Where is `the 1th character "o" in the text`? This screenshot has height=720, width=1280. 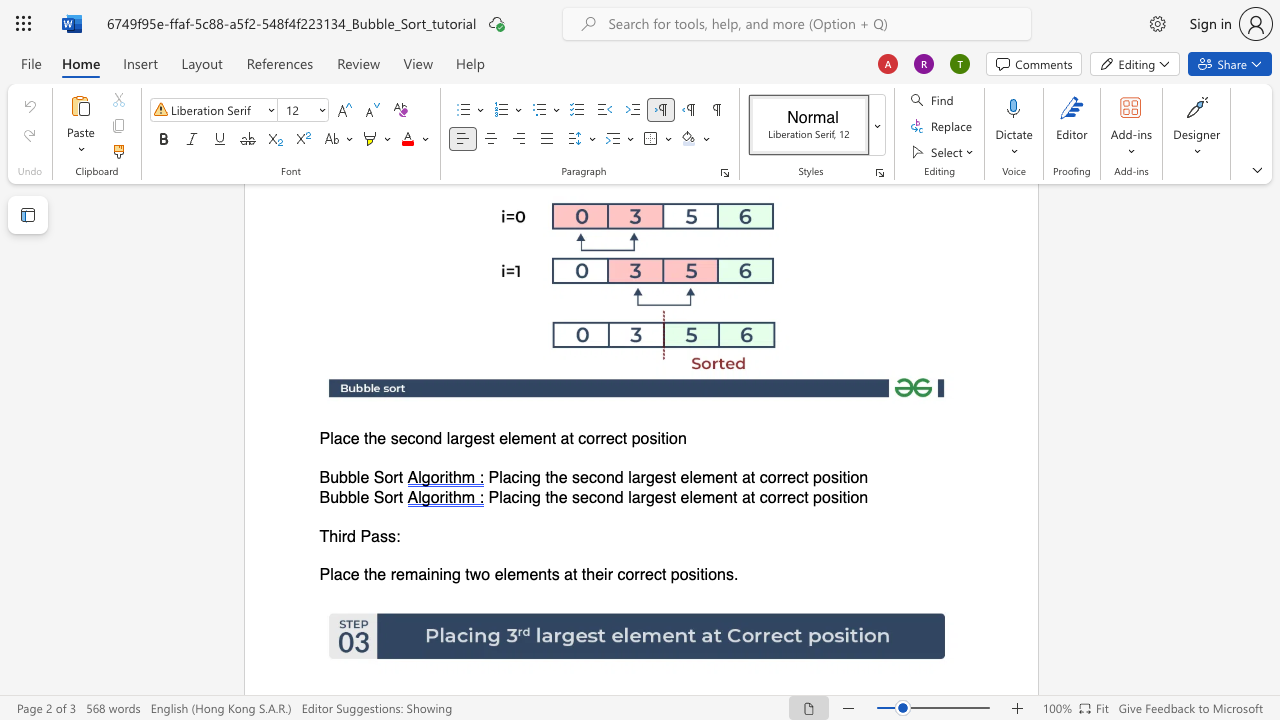
the 1th character "o" in the text is located at coordinates (388, 496).